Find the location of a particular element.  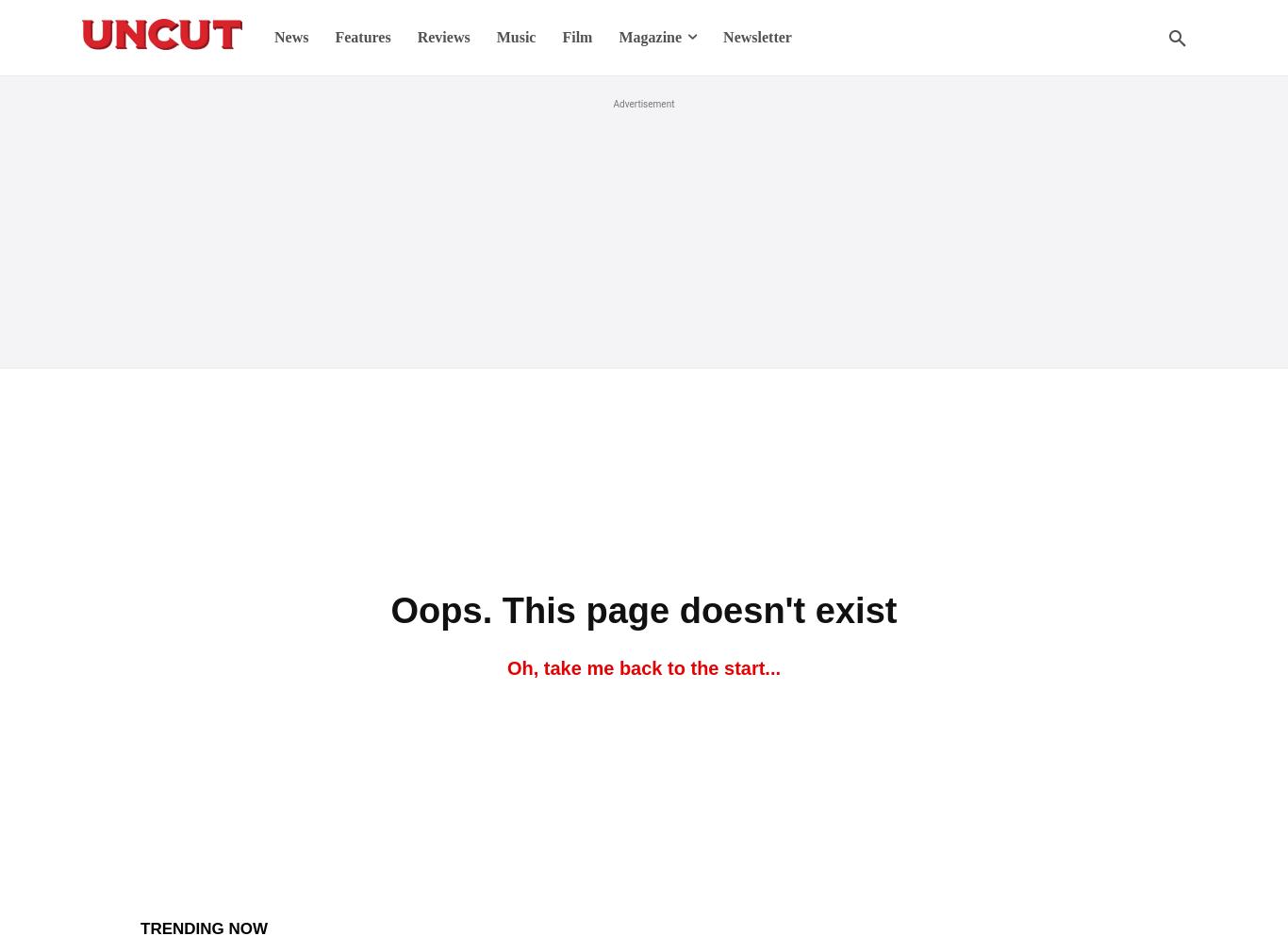

'Music' is located at coordinates (515, 37).